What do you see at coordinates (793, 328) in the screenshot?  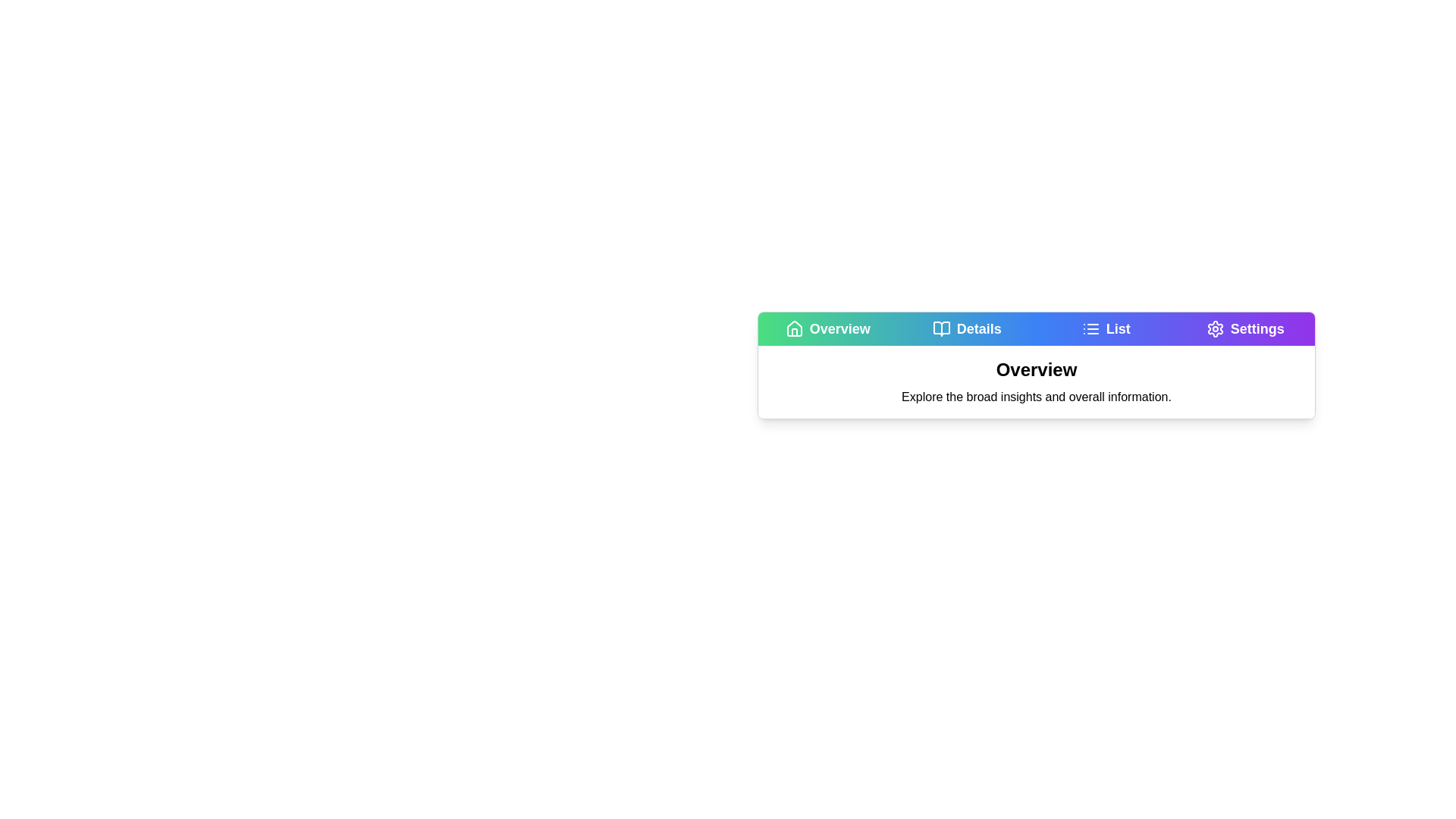 I see `the house icon located` at bounding box center [793, 328].